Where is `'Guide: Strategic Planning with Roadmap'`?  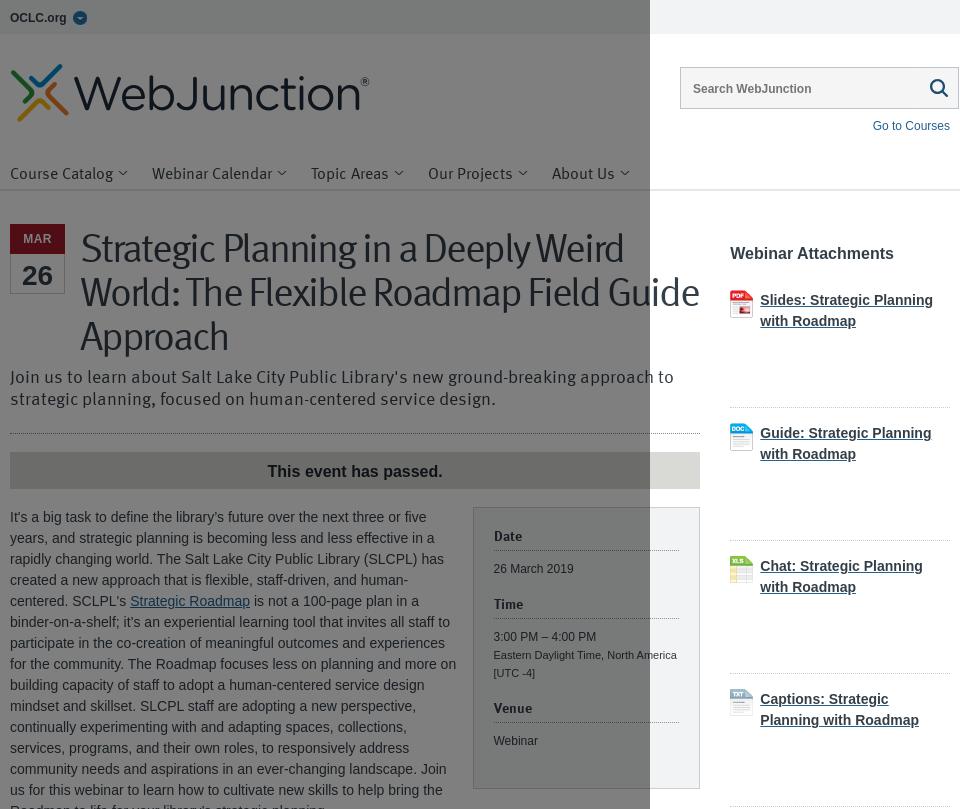
'Guide: Strategic Planning with Roadmap' is located at coordinates (844, 442).